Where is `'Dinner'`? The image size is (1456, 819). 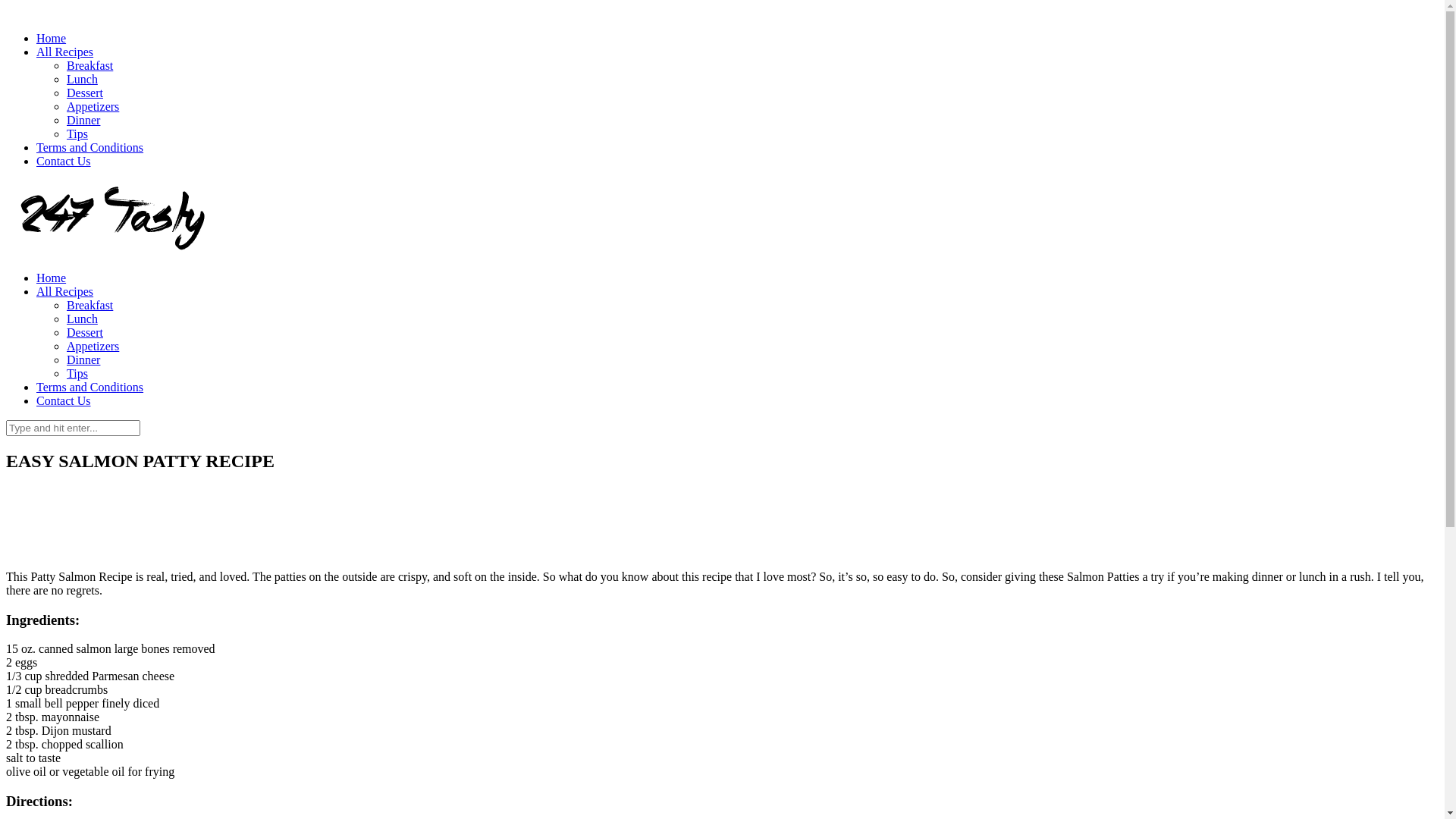
'Dinner' is located at coordinates (65, 119).